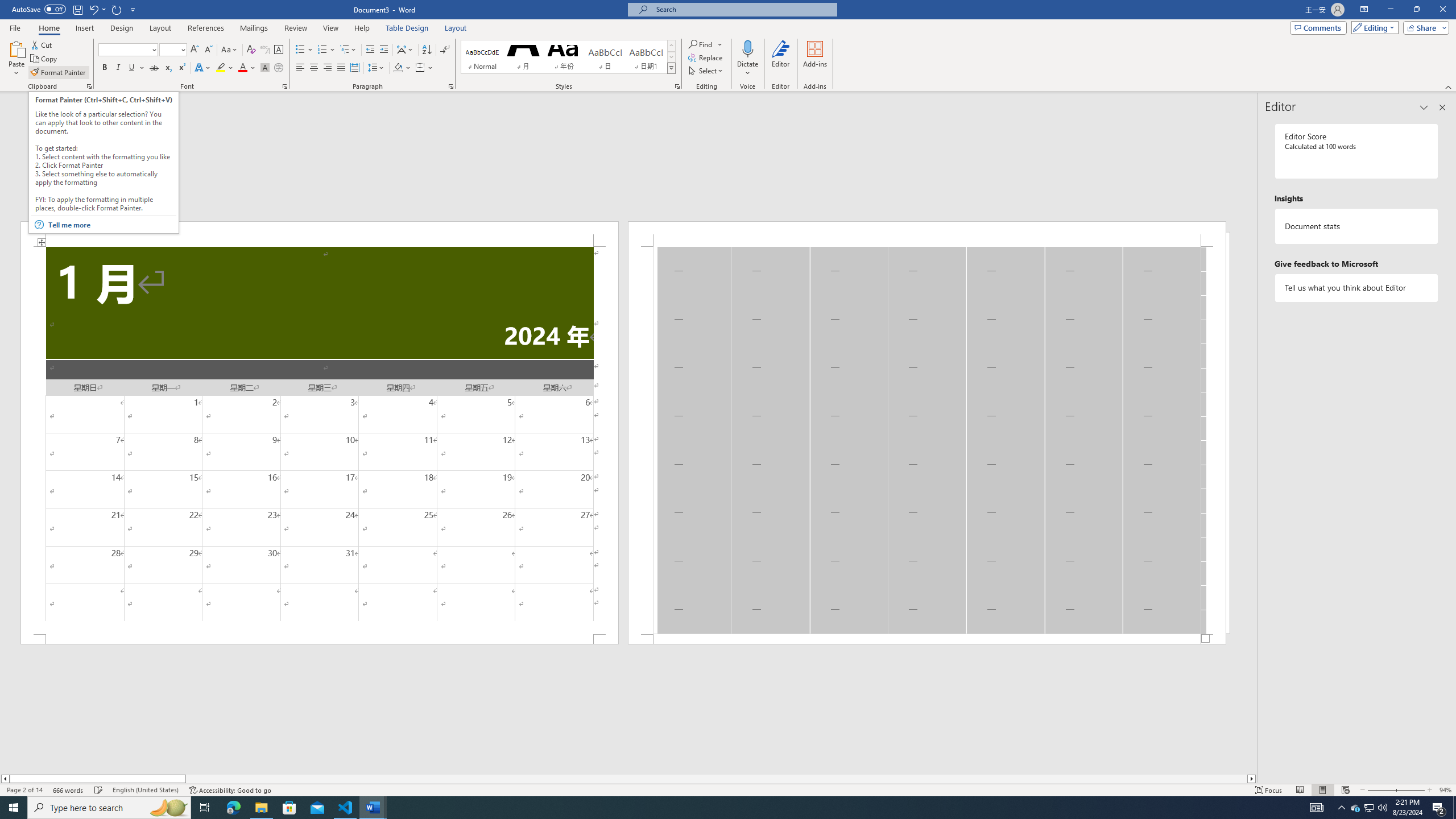 This screenshot has height=819, width=1456. What do you see at coordinates (229, 49) in the screenshot?
I see `'Change Case'` at bounding box center [229, 49].